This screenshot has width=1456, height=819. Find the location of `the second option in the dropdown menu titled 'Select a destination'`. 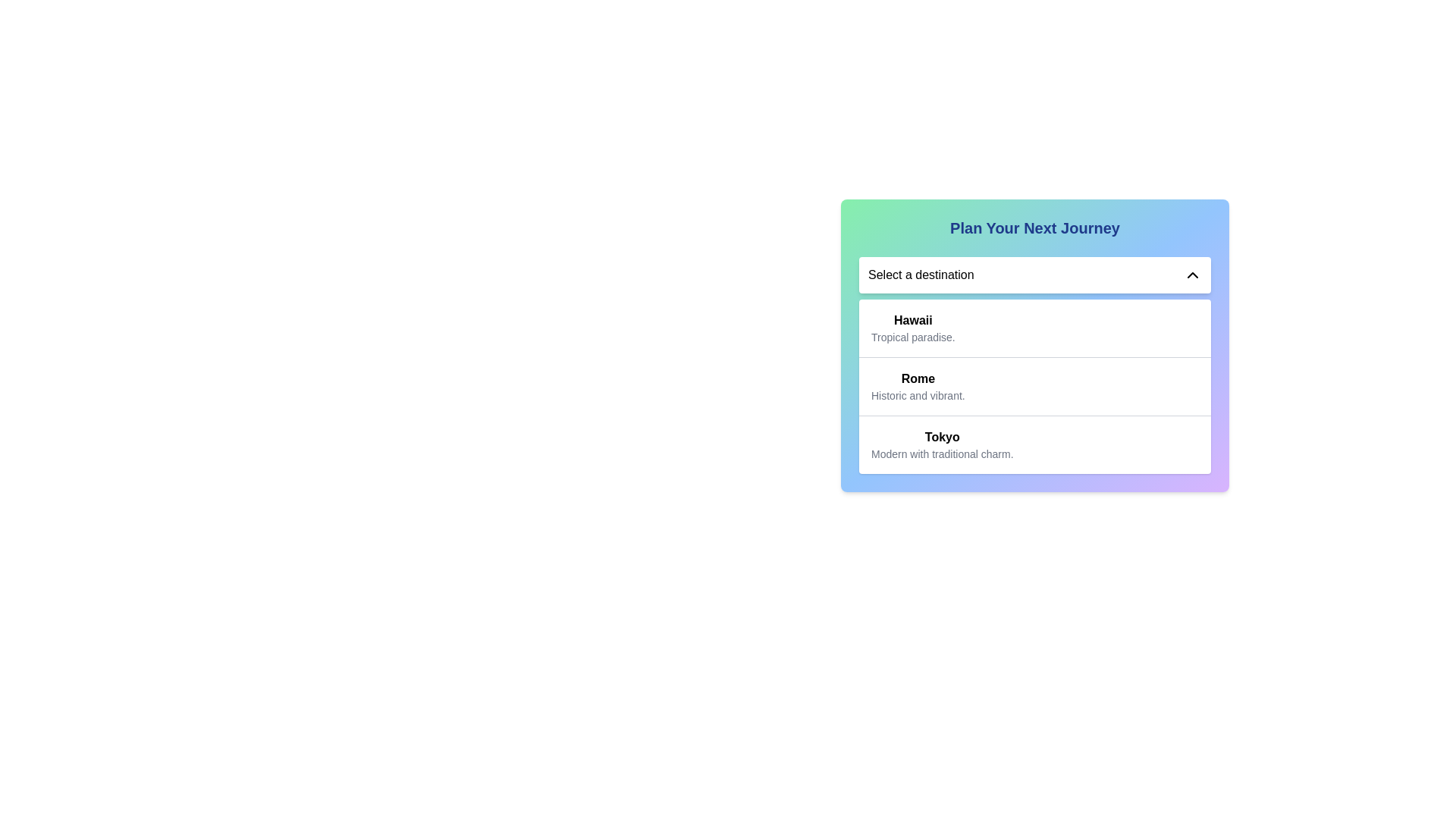

the second option in the dropdown menu titled 'Select a destination' is located at coordinates (1034, 366).